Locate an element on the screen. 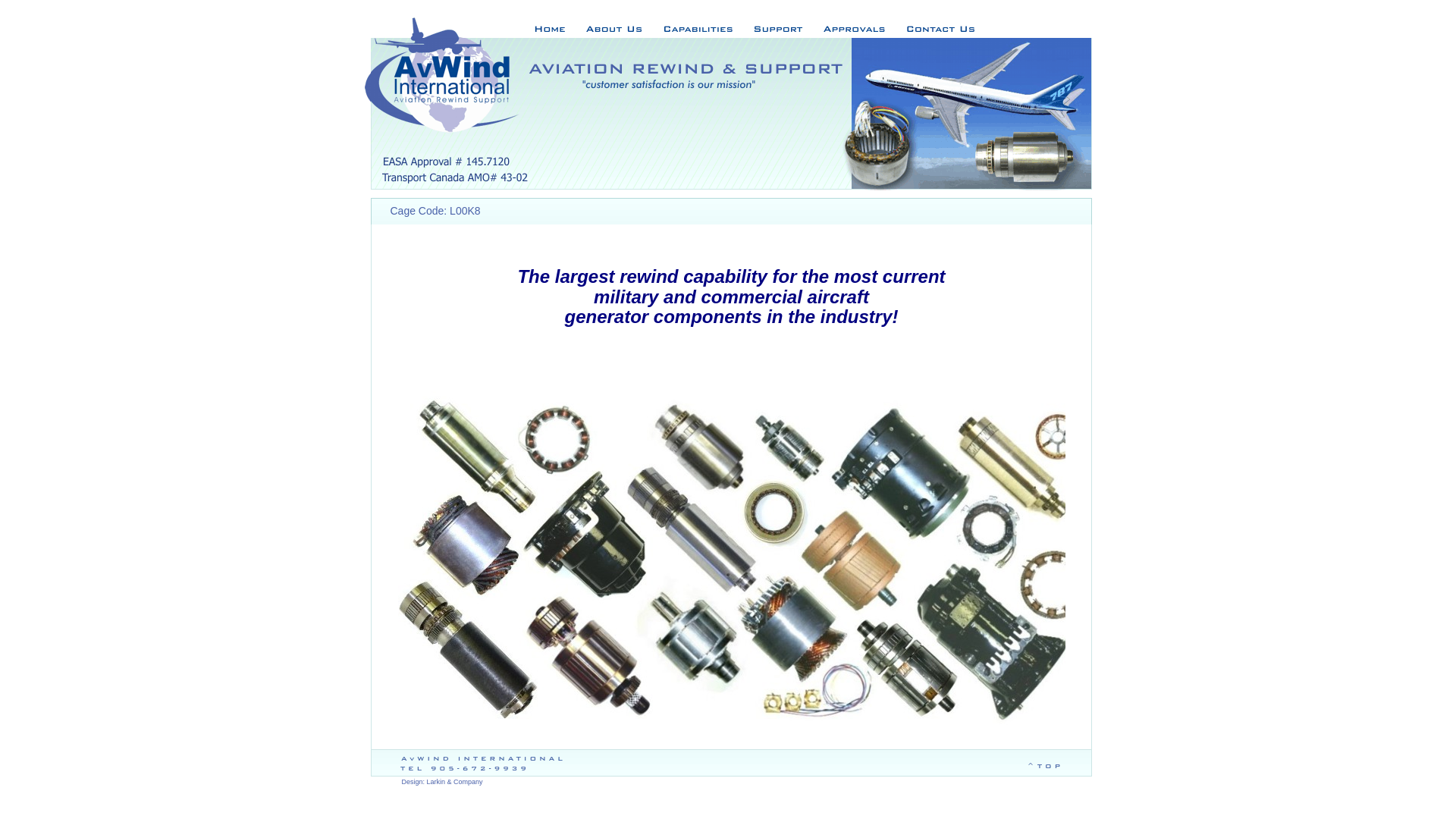 The height and width of the screenshot is (819, 1456). 'Design: Larkin & Company' is located at coordinates (401, 781).